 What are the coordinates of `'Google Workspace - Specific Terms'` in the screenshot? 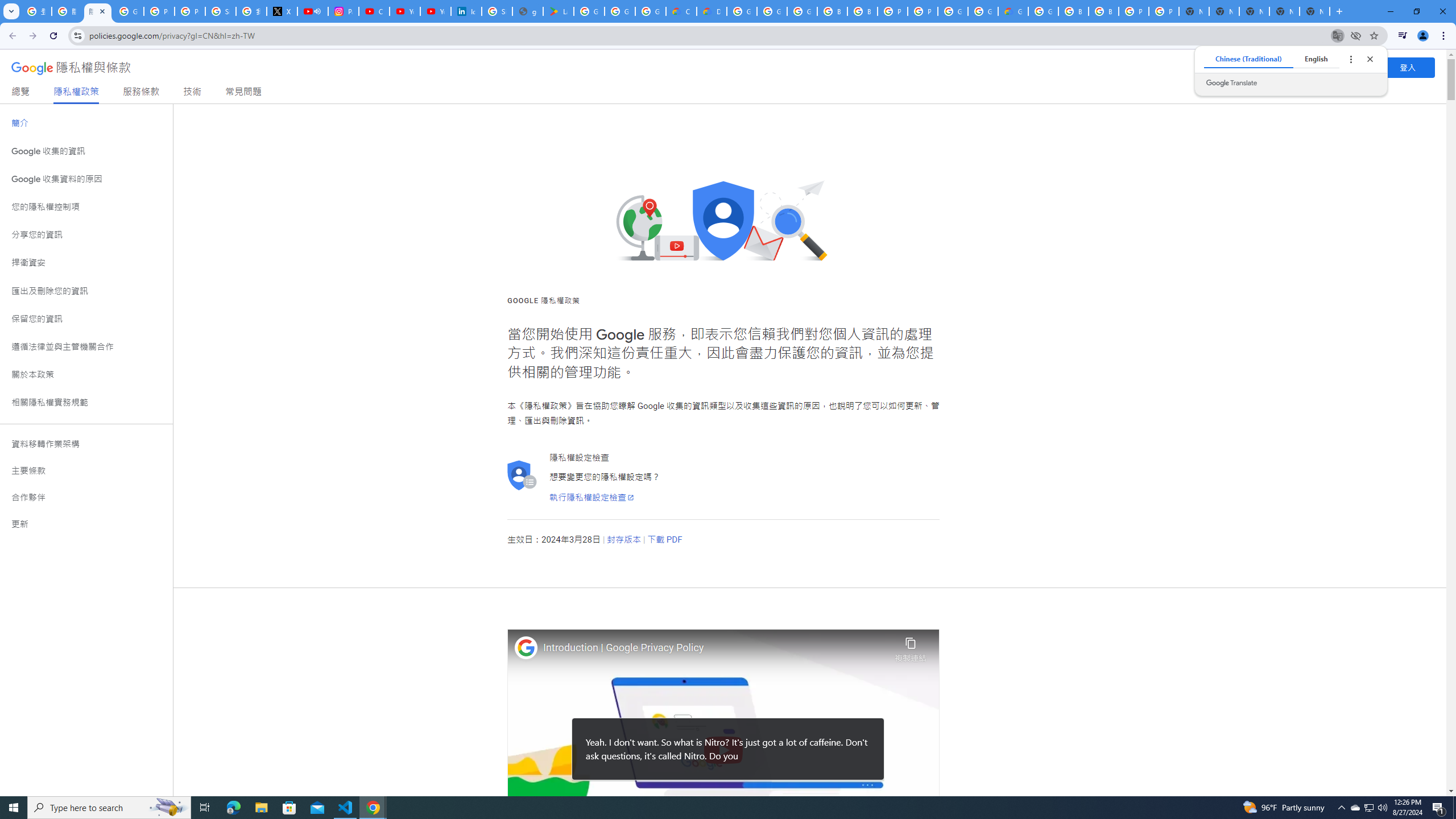 It's located at (619, 11).